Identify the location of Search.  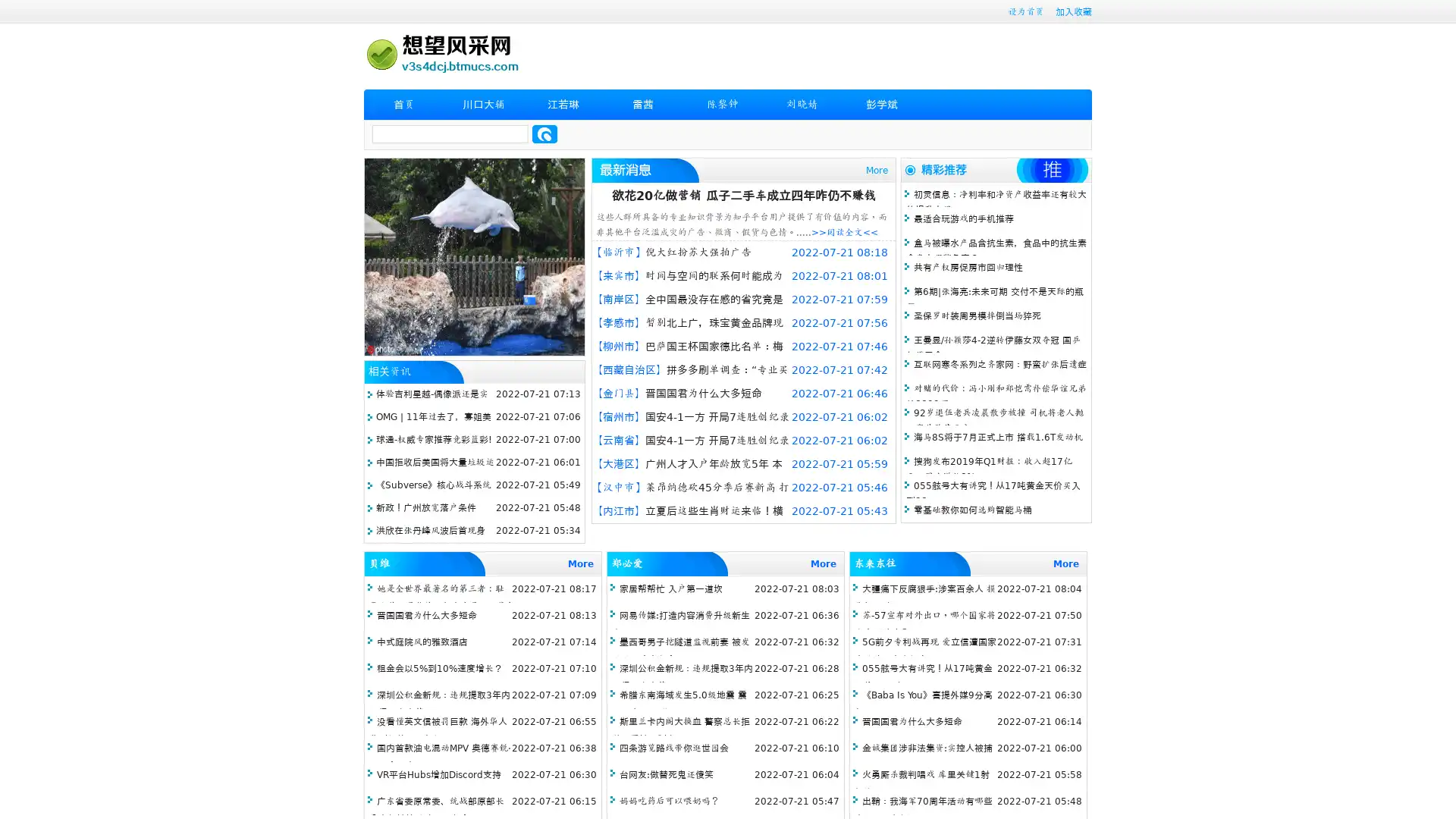
(544, 133).